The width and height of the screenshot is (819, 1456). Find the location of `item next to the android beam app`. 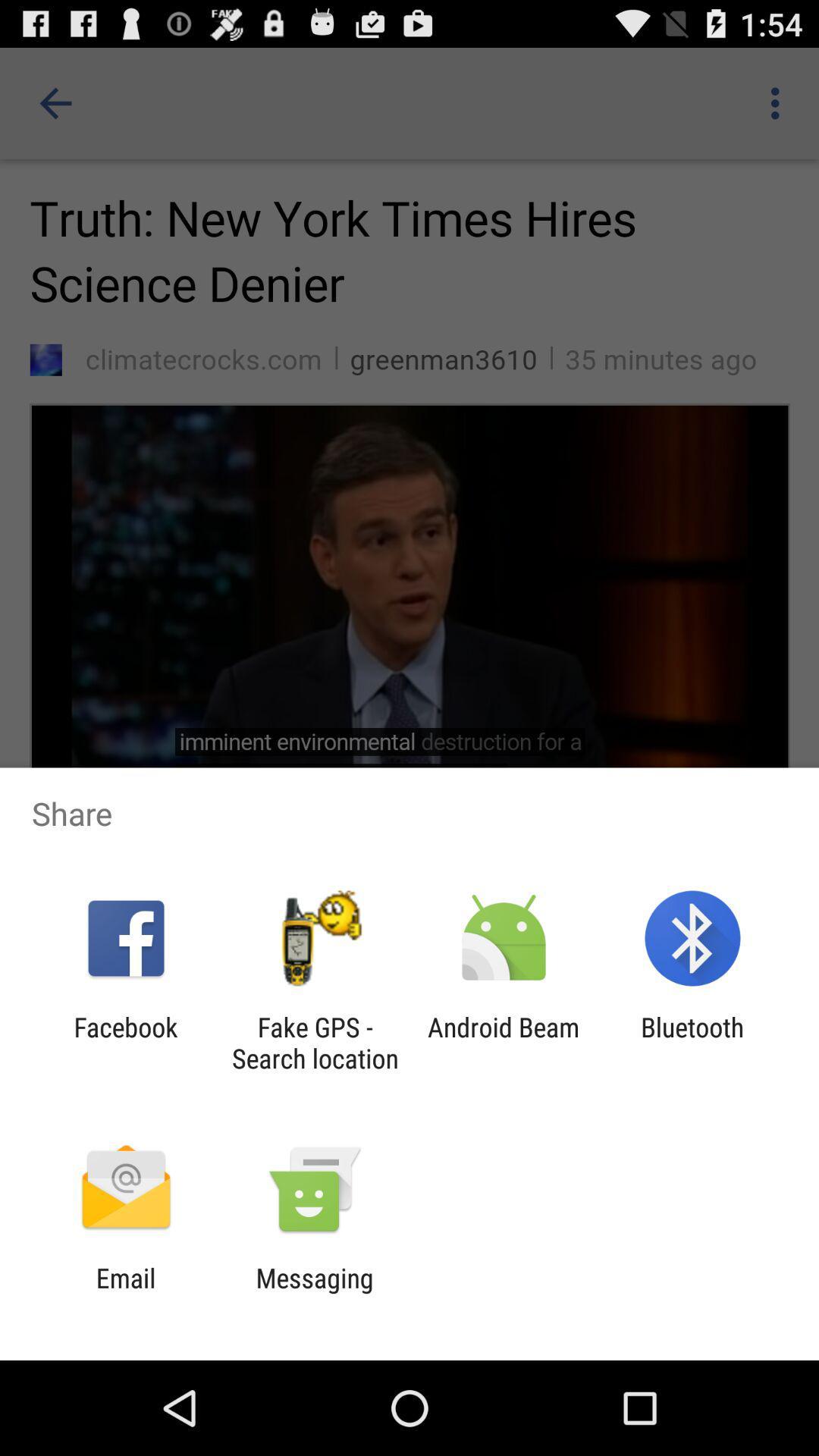

item next to the android beam app is located at coordinates (692, 1042).